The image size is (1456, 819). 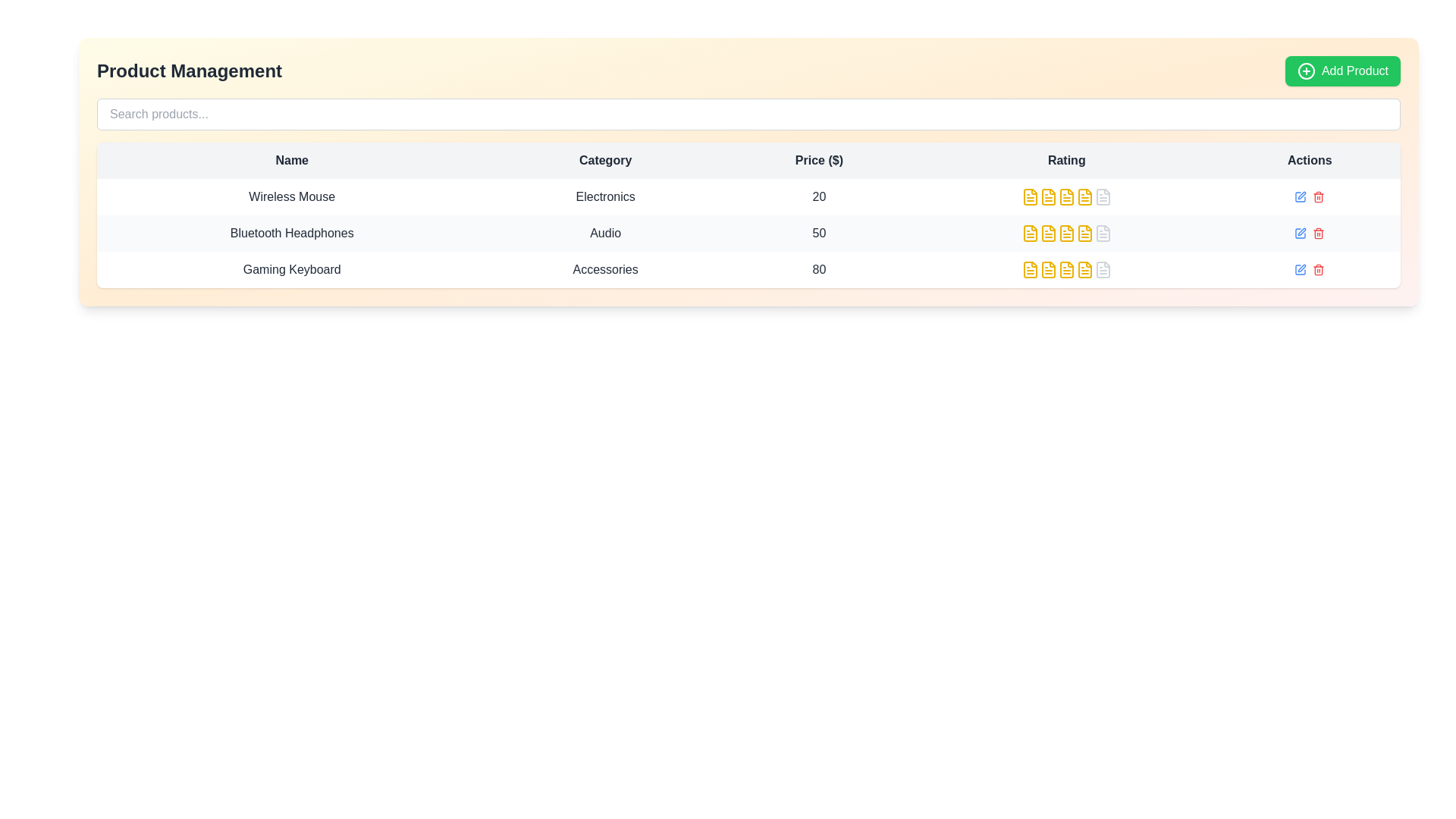 What do you see at coordinates (1047, 234) in the screenshot?
I see `the third file document icon located in the second row of the 'Rating' column in the table` at bounding box center [1047, 234].